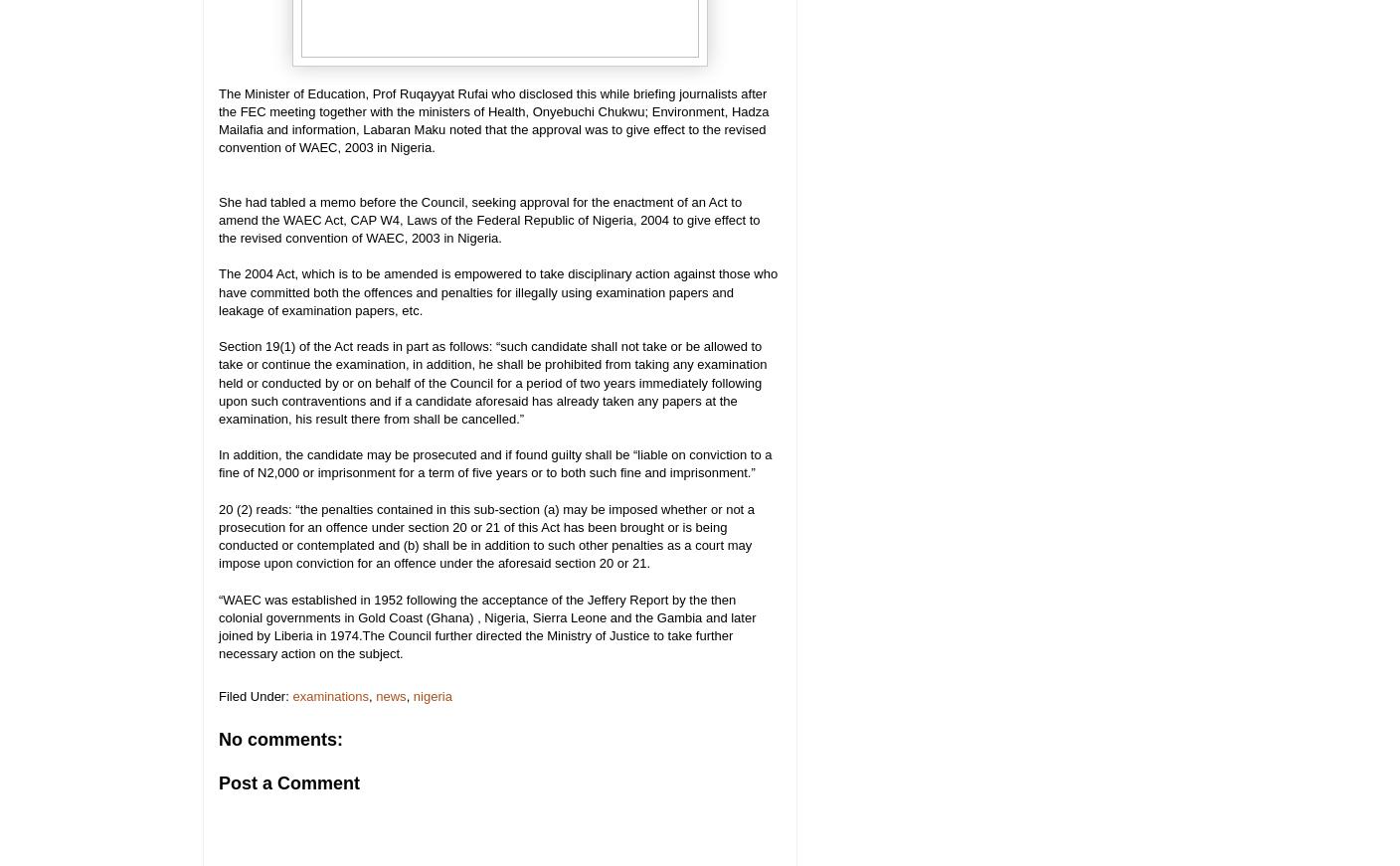 The image size is (1400, 866). I want to click on 'news', so click(389, 694).